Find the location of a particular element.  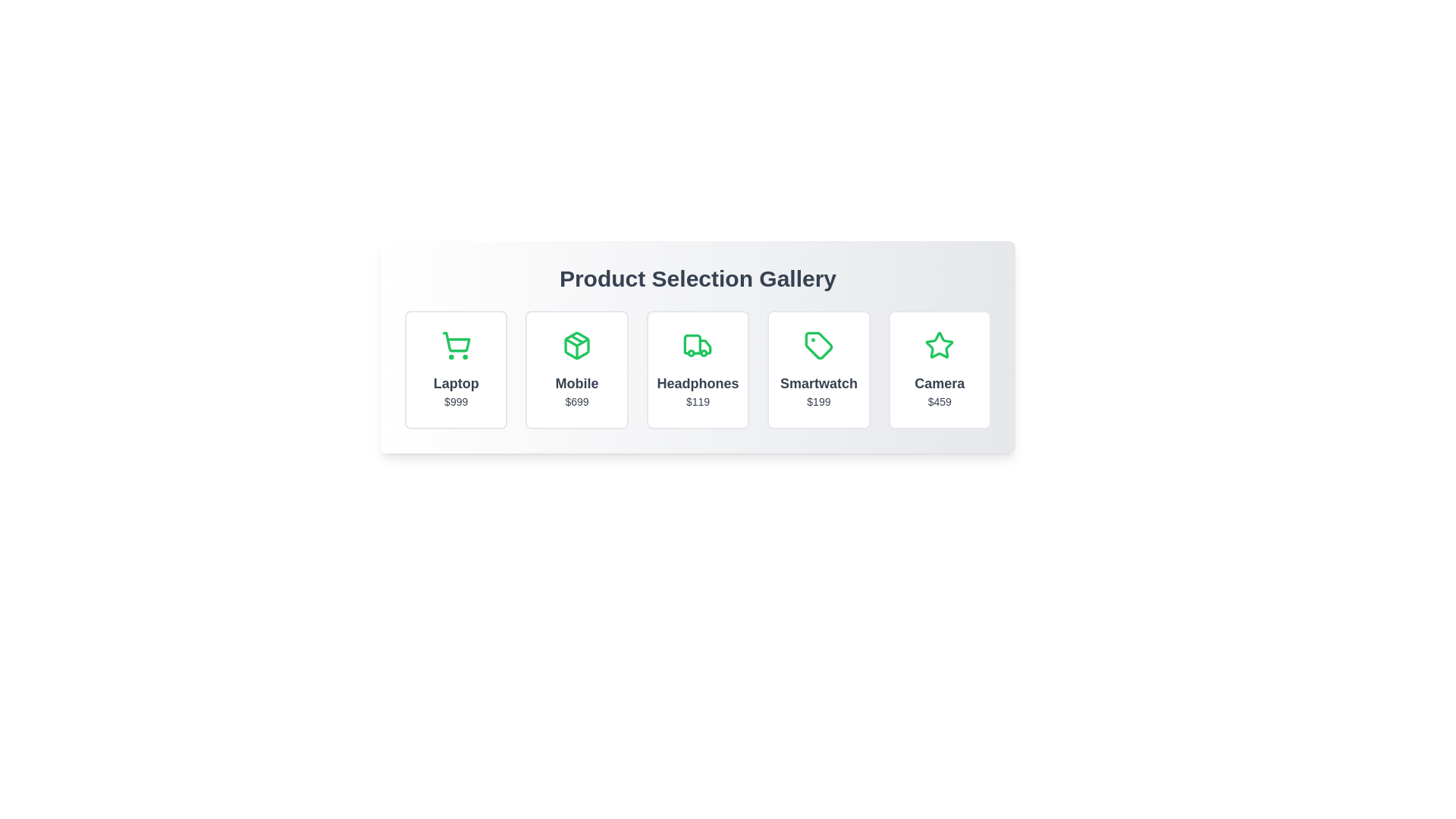

the 'Smartwatch' product card icon, which is a tag symbol located at the top-center area of the card is located at coordinates (817, 345).